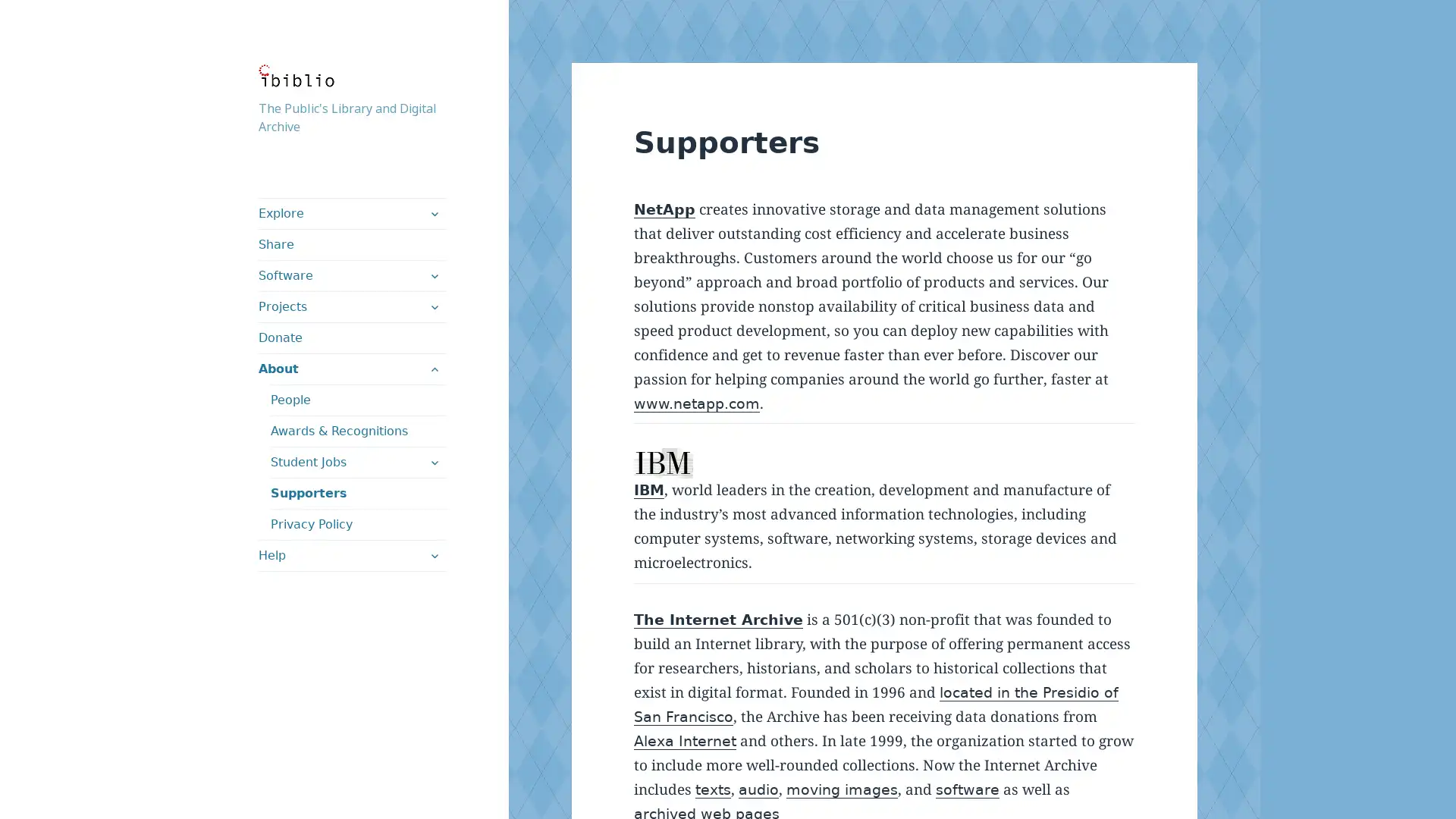  I want to click on expand child menu, so click(432, 275).